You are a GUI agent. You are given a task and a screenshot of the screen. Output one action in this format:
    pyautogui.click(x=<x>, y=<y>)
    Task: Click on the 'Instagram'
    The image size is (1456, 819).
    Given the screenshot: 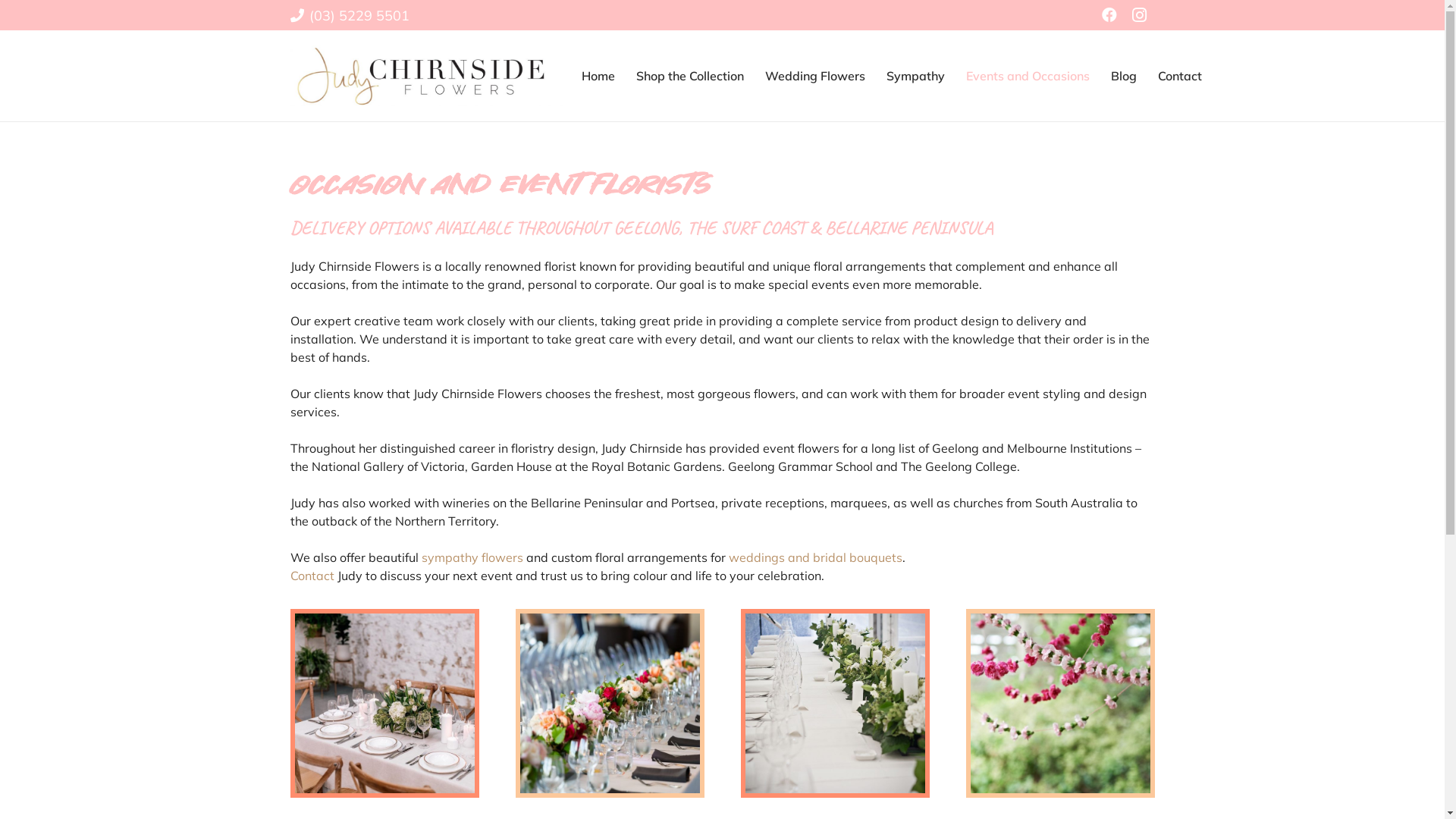 What is the action you would take?
    pyautogui.click(x=1124, y=14)
    